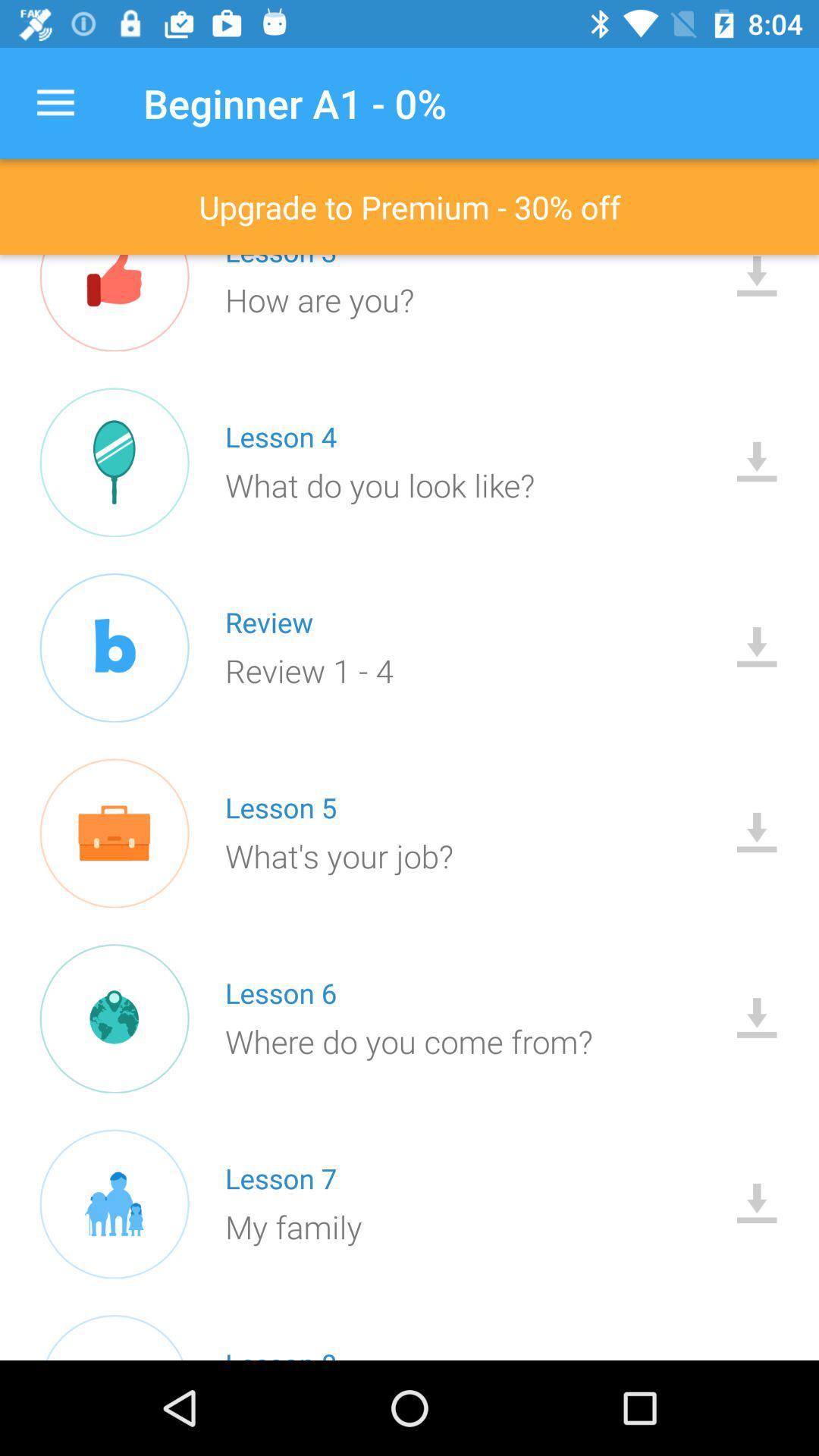  What do you see at coordinates (55, 102) in the screenshot?
I see `the app next to the beginner a1 - 0% app` at bounding box center [55, 102].